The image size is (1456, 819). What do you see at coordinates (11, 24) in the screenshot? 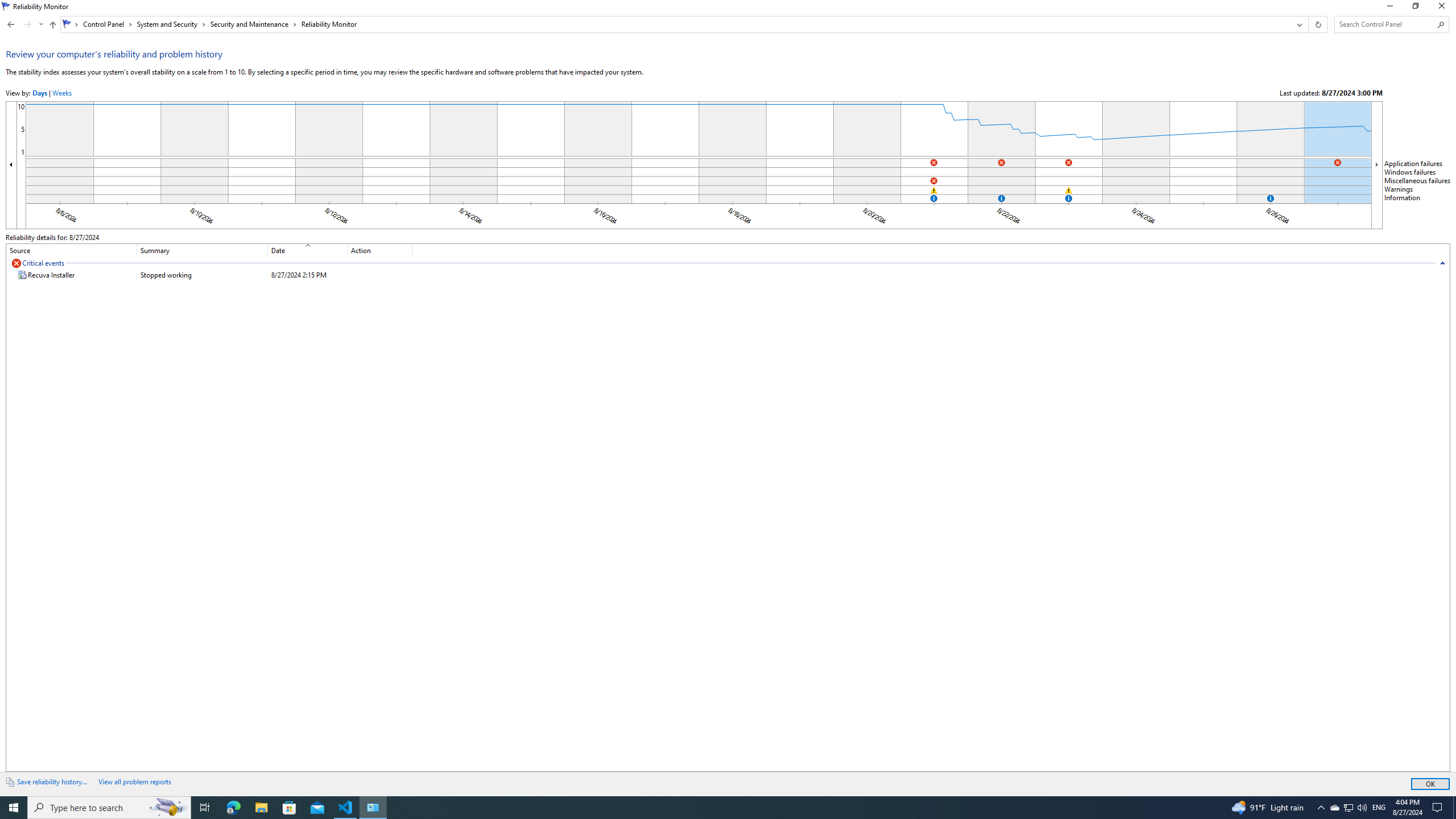
I see `'Back to Security and Maintenance (Alt + Left Arrow)'` at bounding box center [11, 24].